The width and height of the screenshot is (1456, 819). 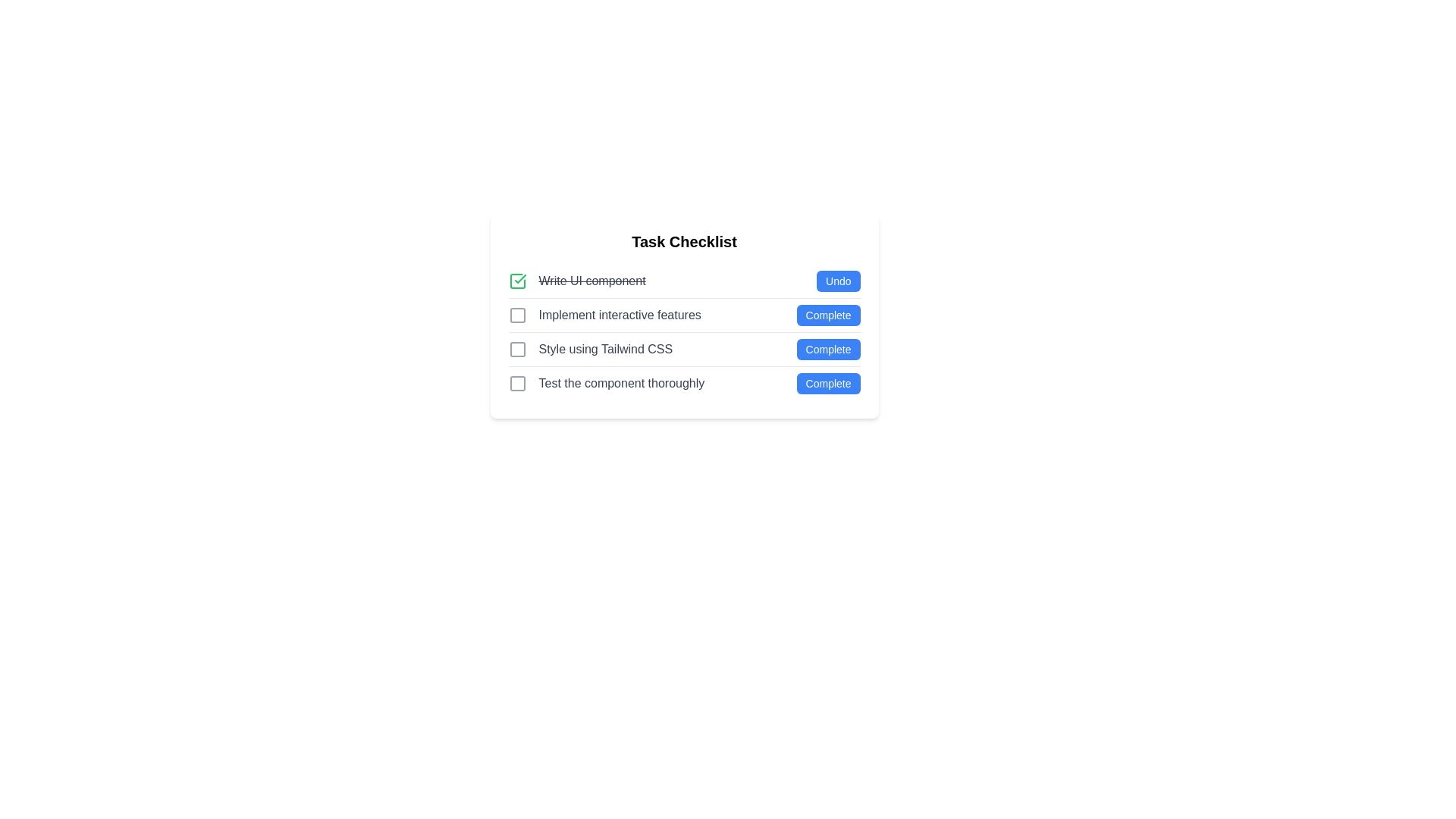 I want to click on the checkbox next to the label 'Style using Tailwind CSS', so click(x=517, y=350).